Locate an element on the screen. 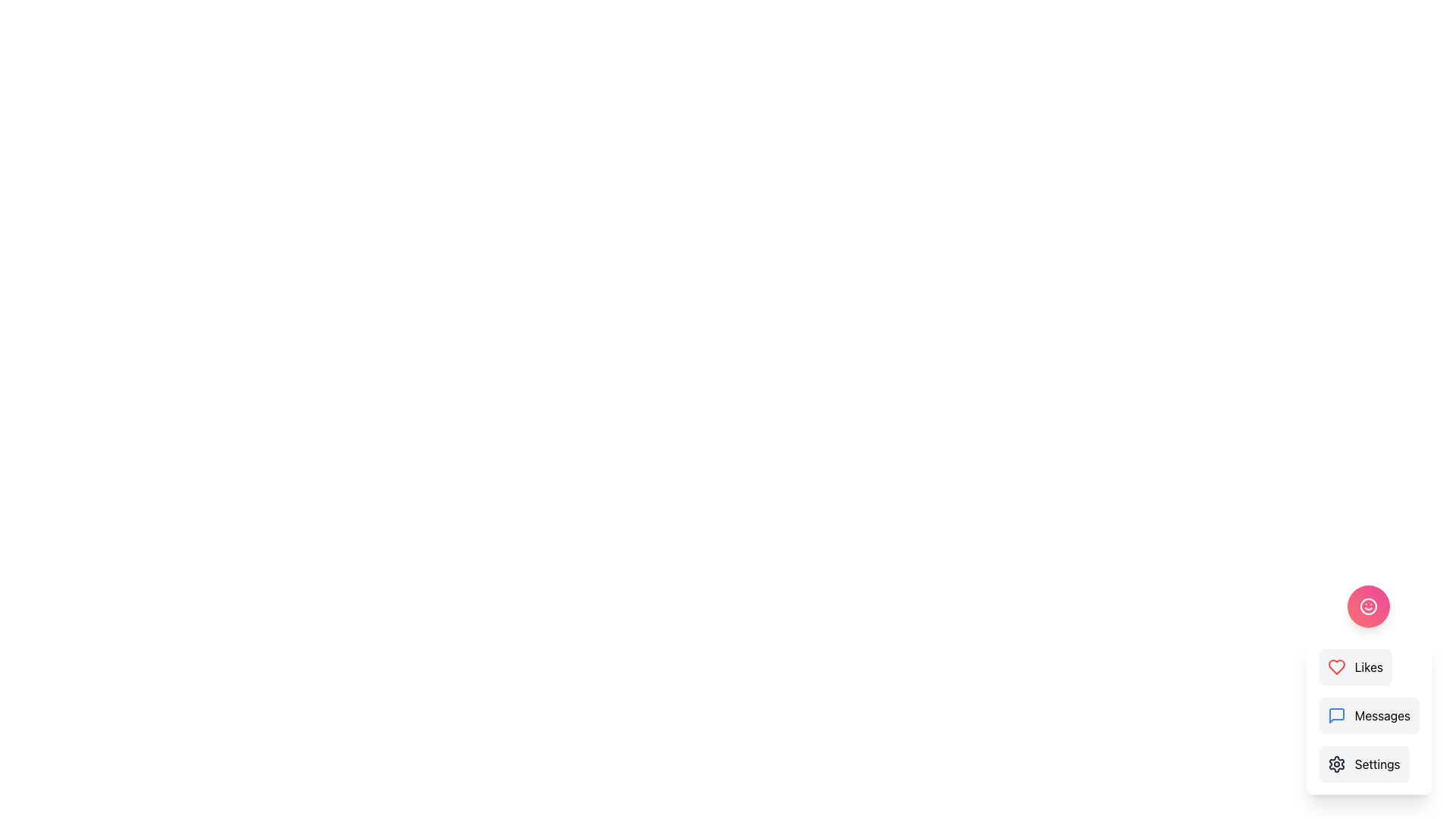  'Likes' text label which is displayed in bold font and is located to the right of a heart icon in the first menu option of the vertical stack is located at coordinates (1369, 666).